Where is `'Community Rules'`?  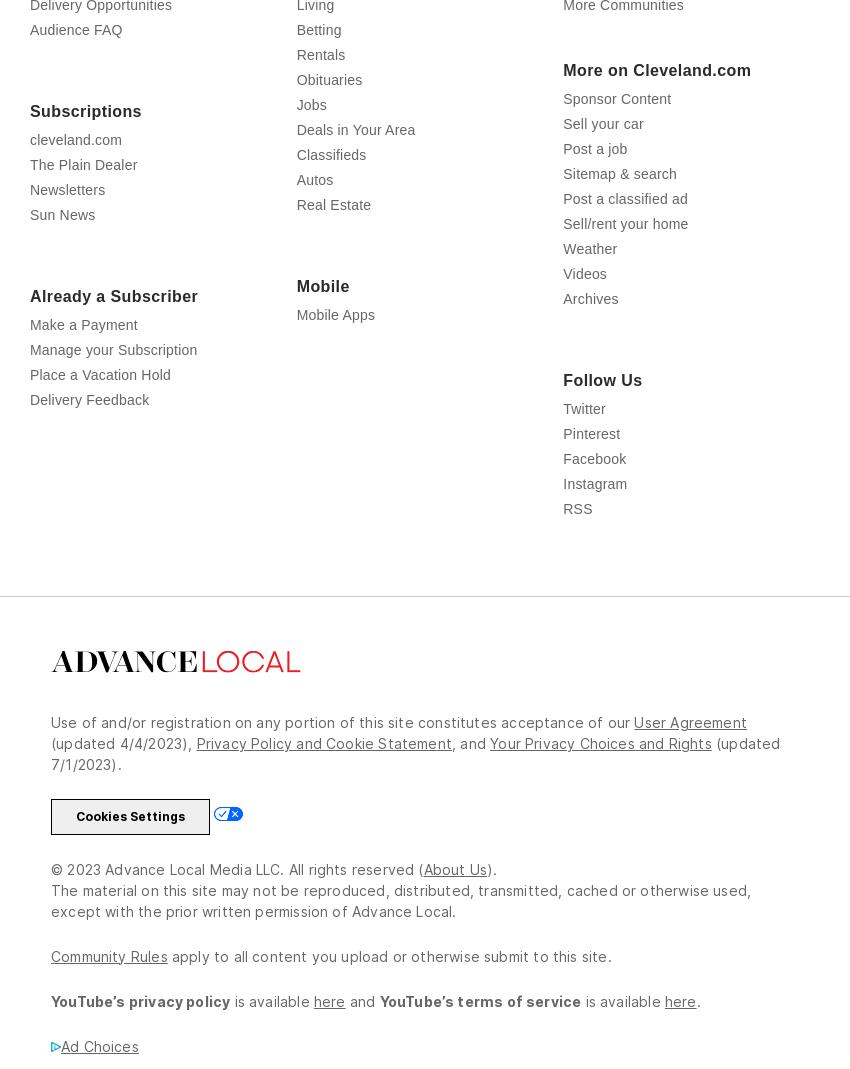 'Community Rules' is located at coordinates (107, 1000).